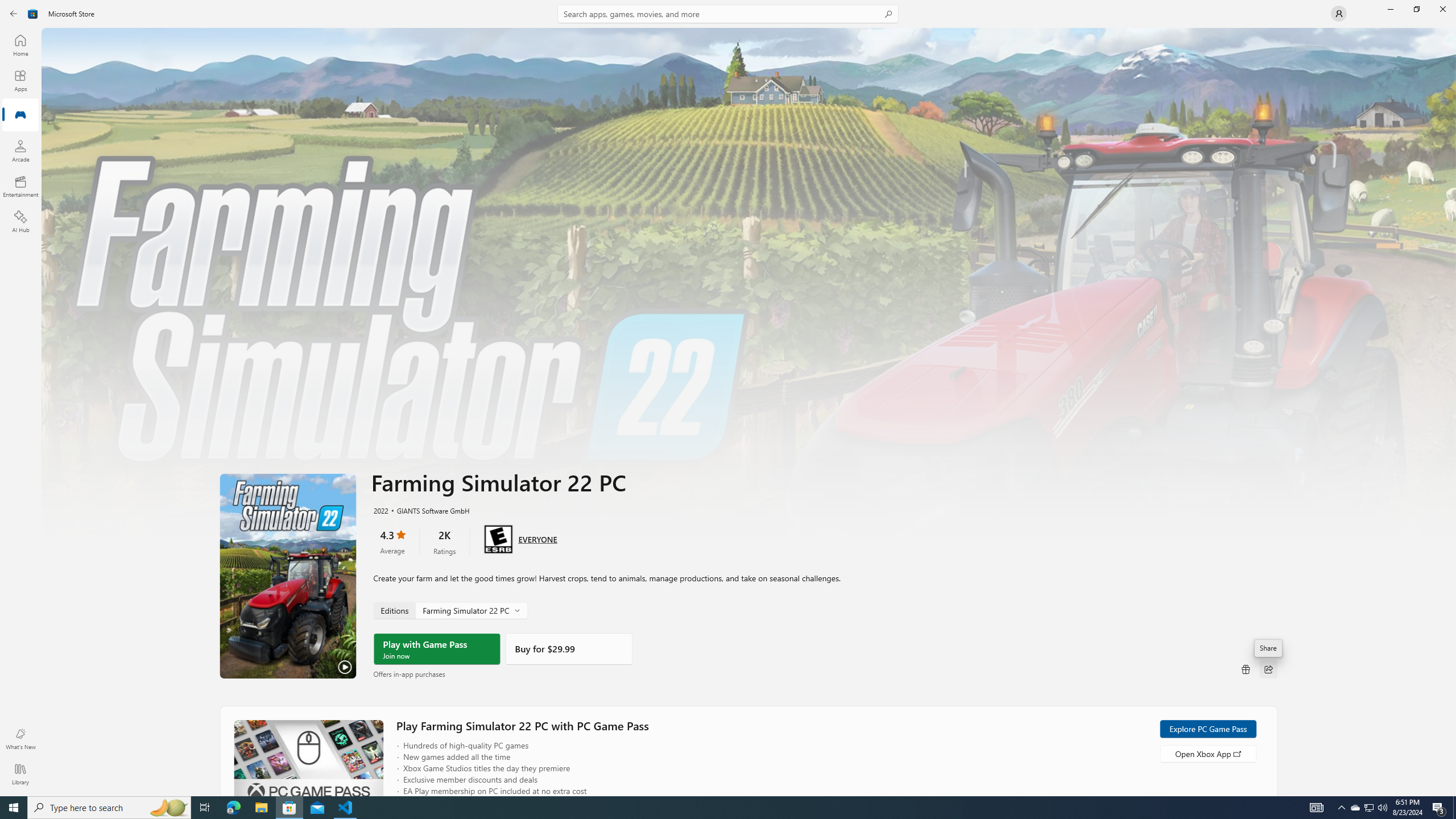 The width and height of the screenshot is (1456, 819). Describe the element at coordinates (568, 649) in the screenshot. I see `'Buy'` at that location.